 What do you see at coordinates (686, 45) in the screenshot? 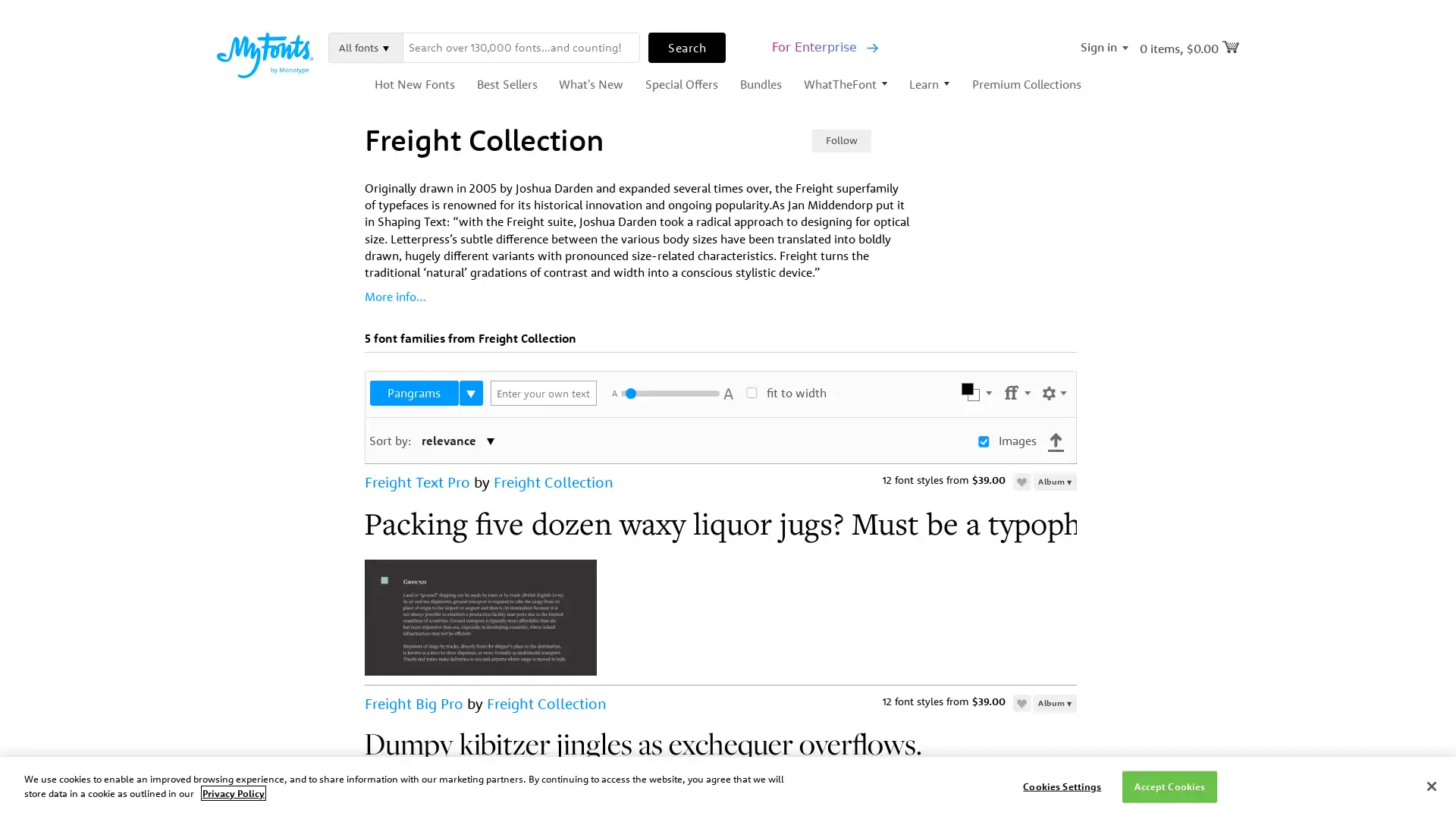
I see `Search` at bounding box center [686, 45].